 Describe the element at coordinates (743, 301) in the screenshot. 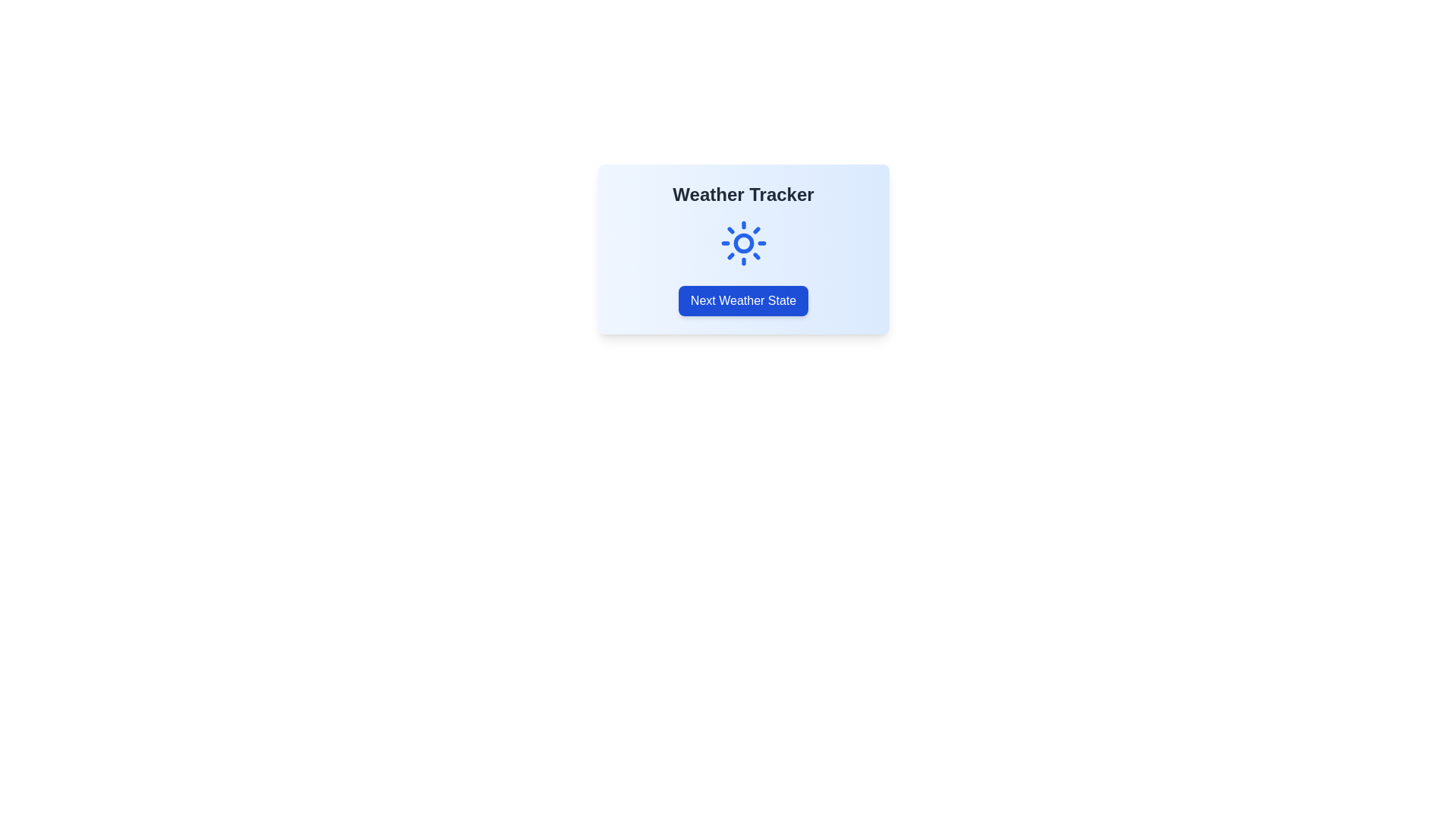

I see `the button located at the bottom segment of the weather tracker interface` at that location.